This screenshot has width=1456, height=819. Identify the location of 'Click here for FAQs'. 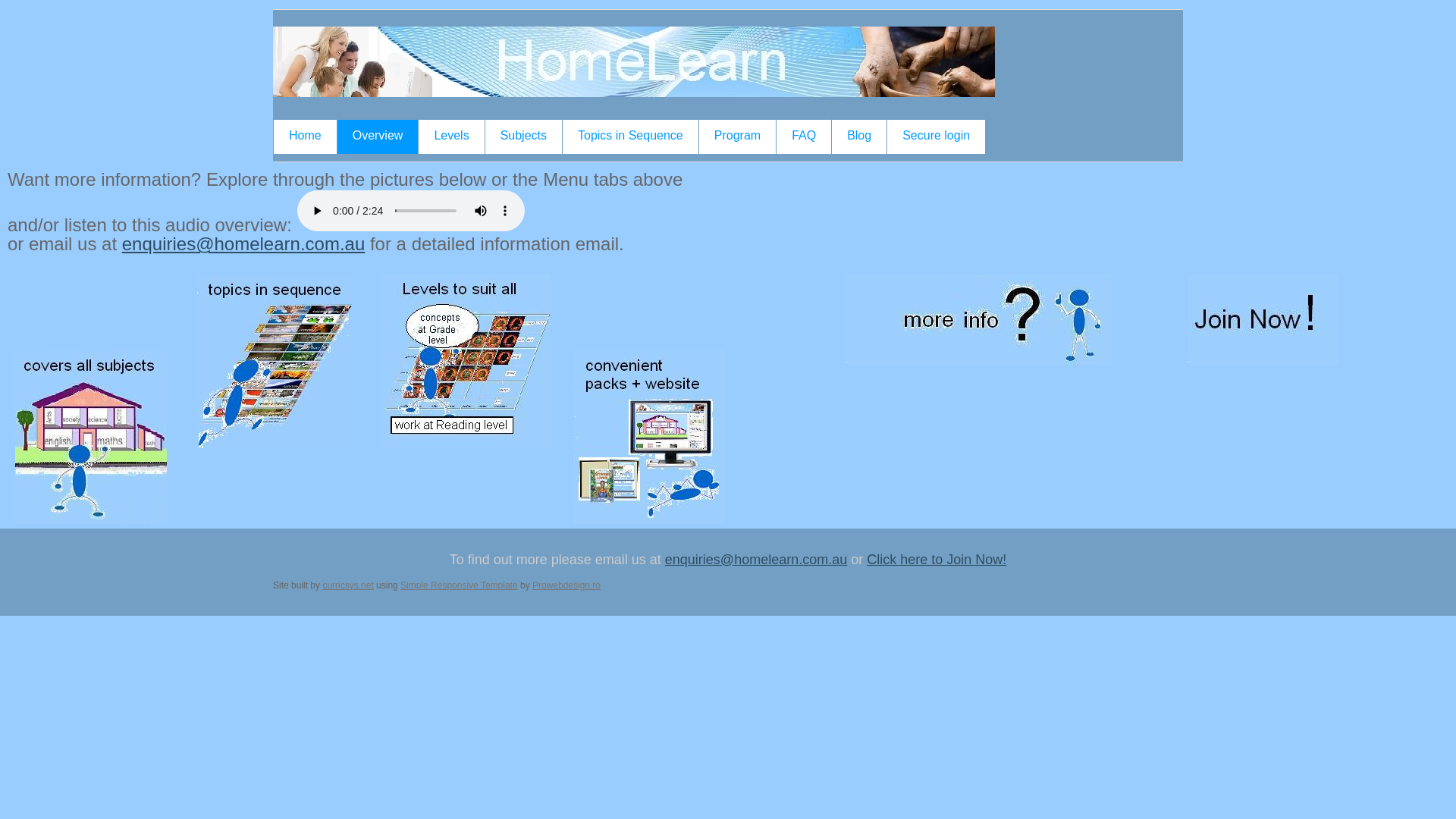
(979, 318).